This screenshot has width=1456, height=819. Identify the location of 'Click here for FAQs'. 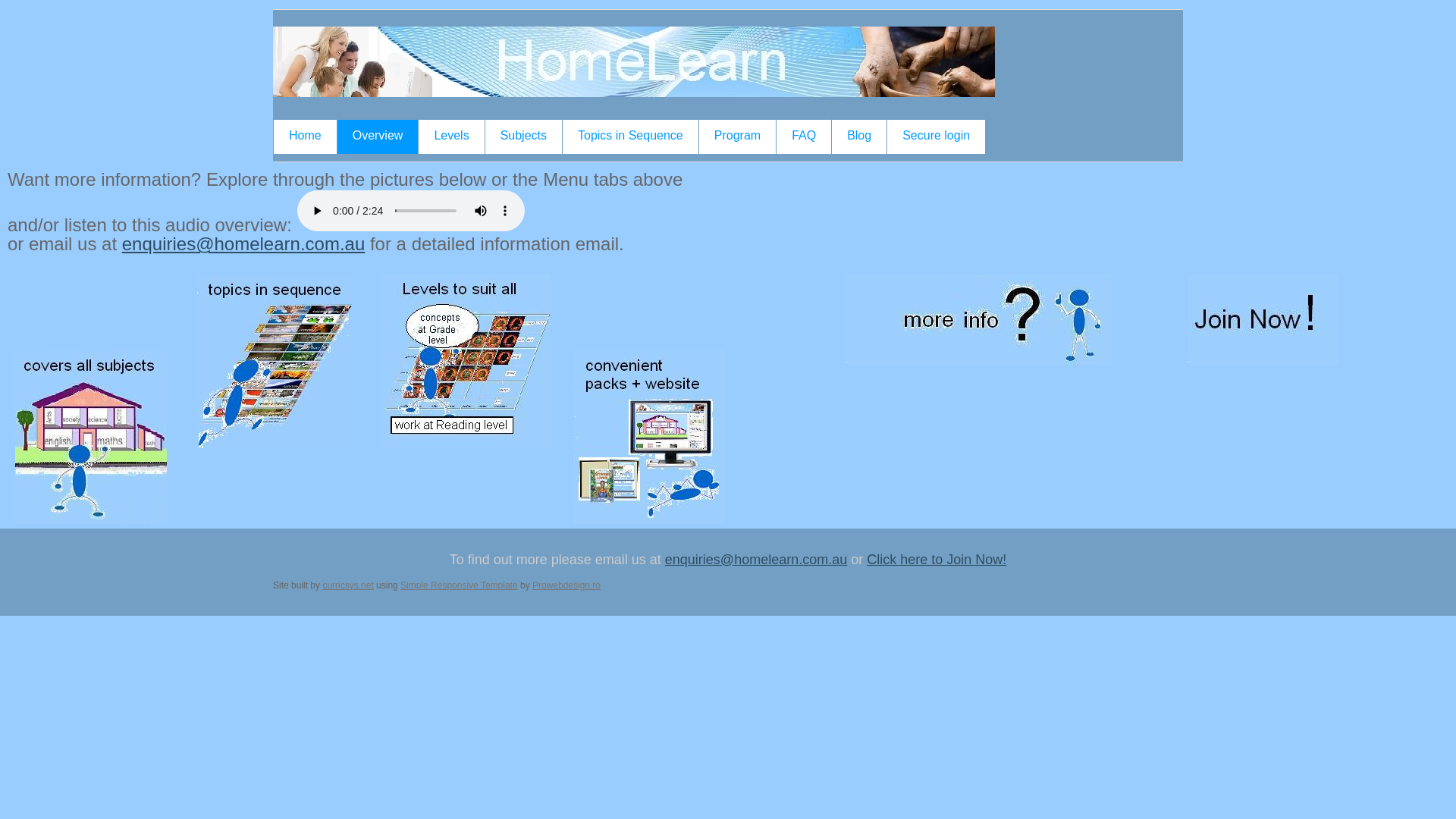
(979, 318).